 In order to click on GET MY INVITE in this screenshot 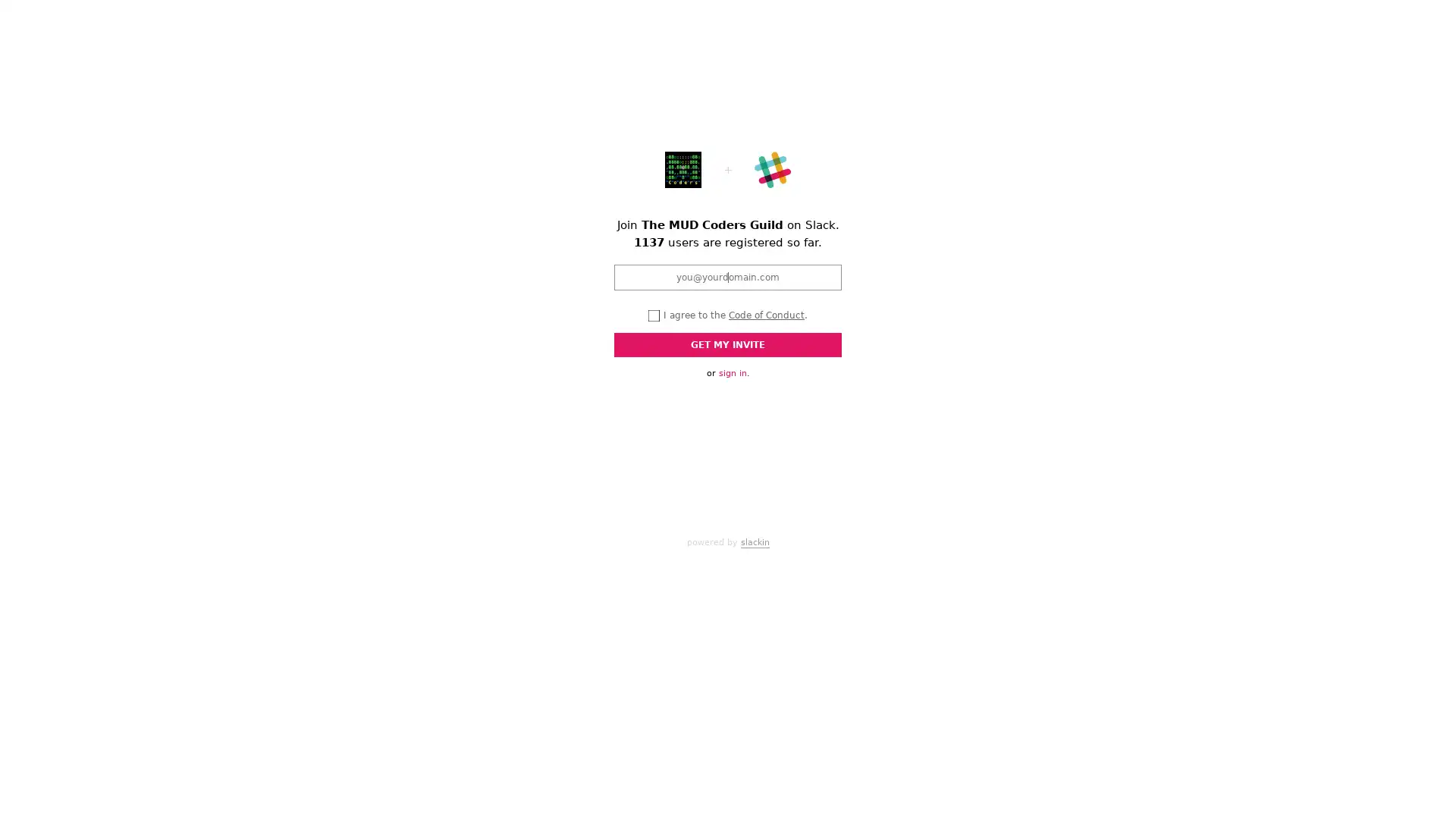, I will do `click(728, 345)`.